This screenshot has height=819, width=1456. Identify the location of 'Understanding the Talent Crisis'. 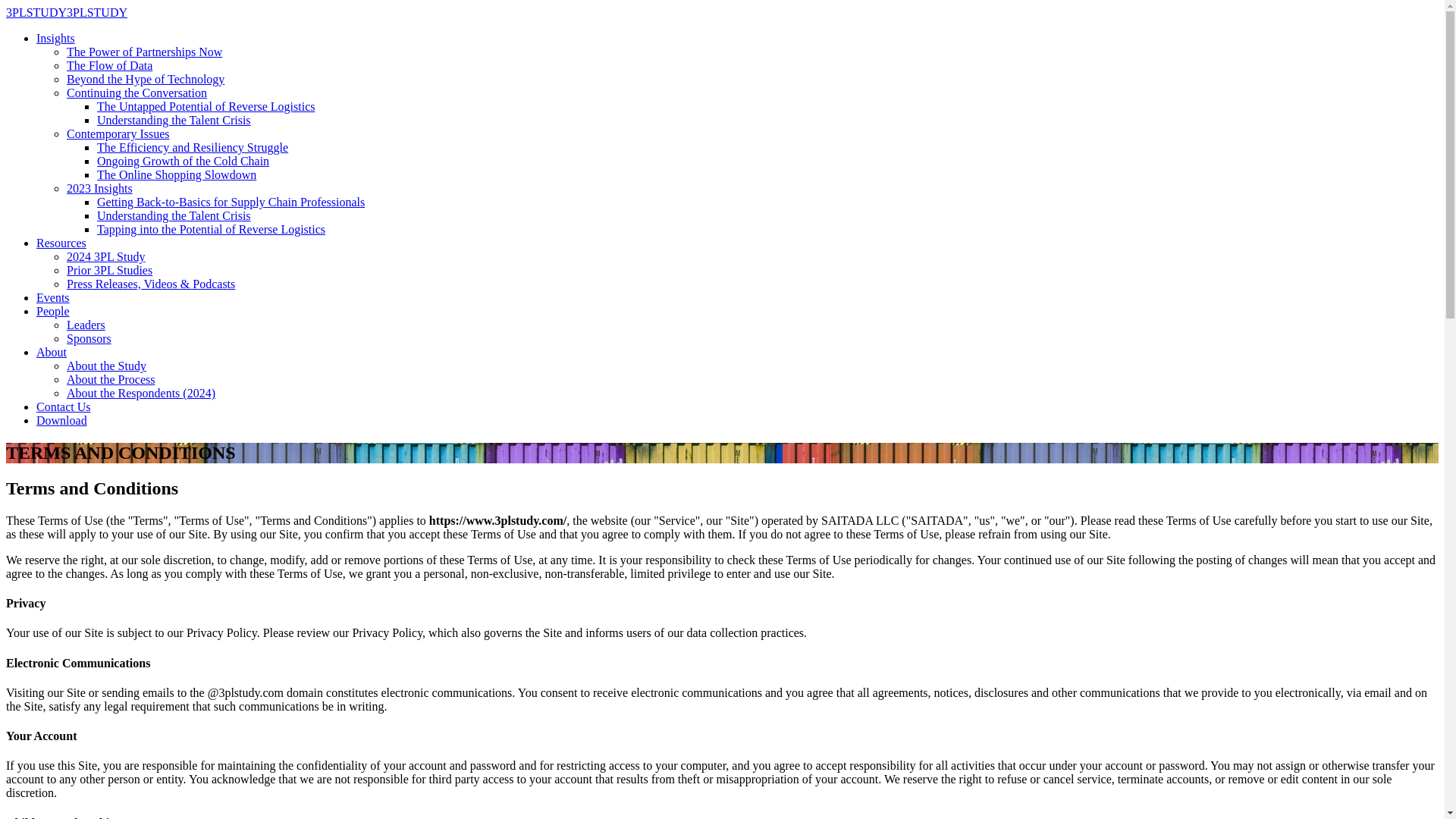
(174, 215).